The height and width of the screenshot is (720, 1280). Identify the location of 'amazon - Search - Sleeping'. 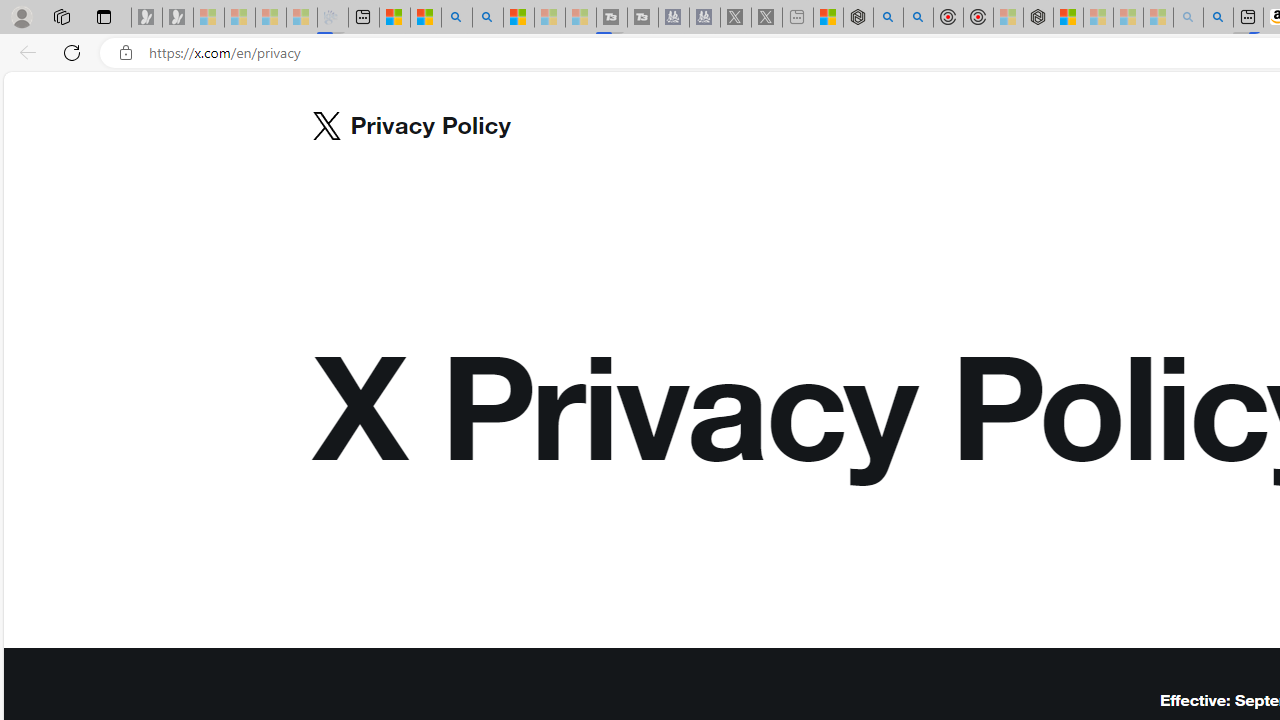
(1188, 17).